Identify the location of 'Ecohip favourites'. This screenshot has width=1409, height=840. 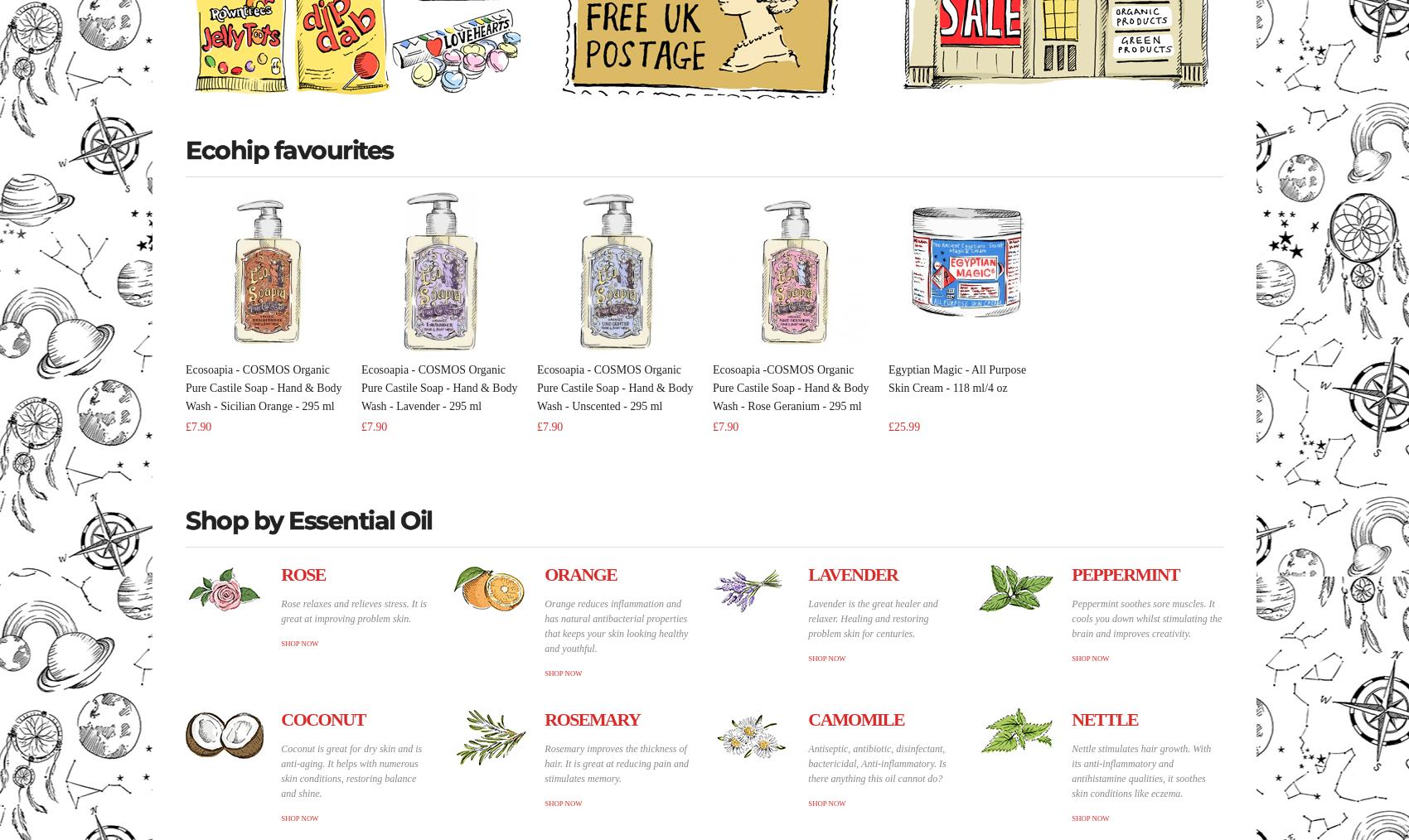
(288, 148).